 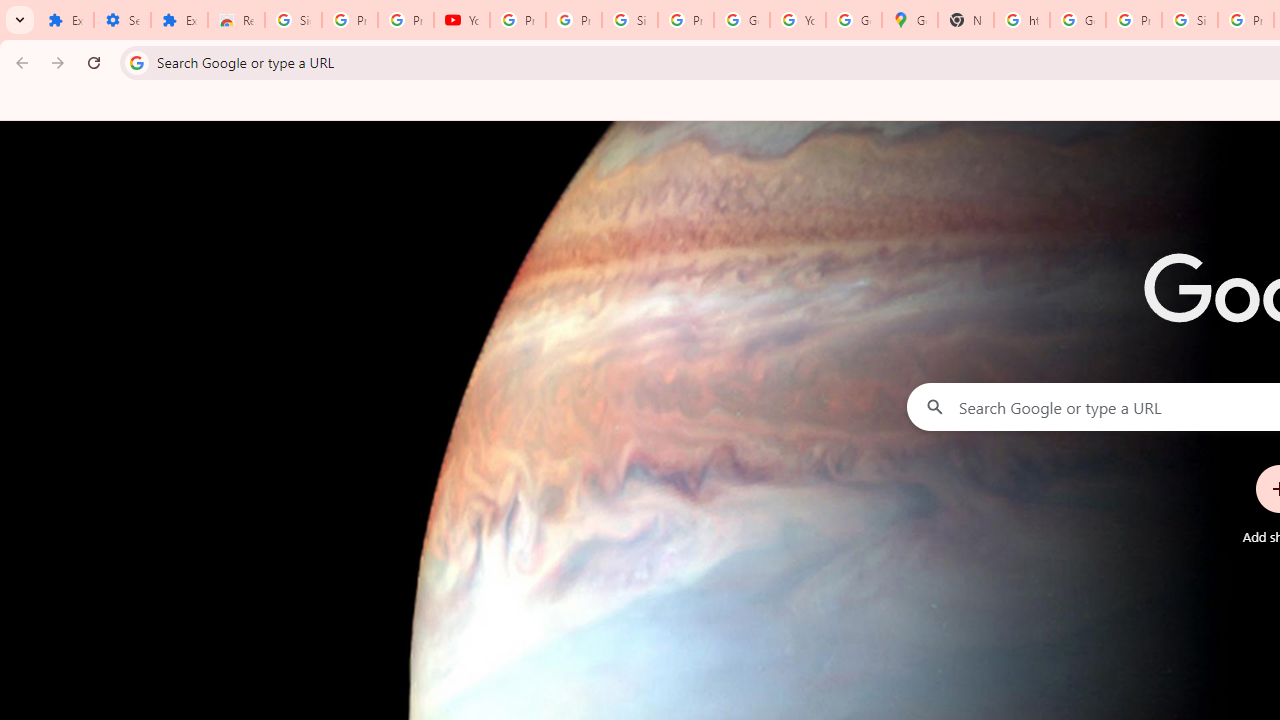 I want to click on 'New Tab', so click(x=966, y=20).